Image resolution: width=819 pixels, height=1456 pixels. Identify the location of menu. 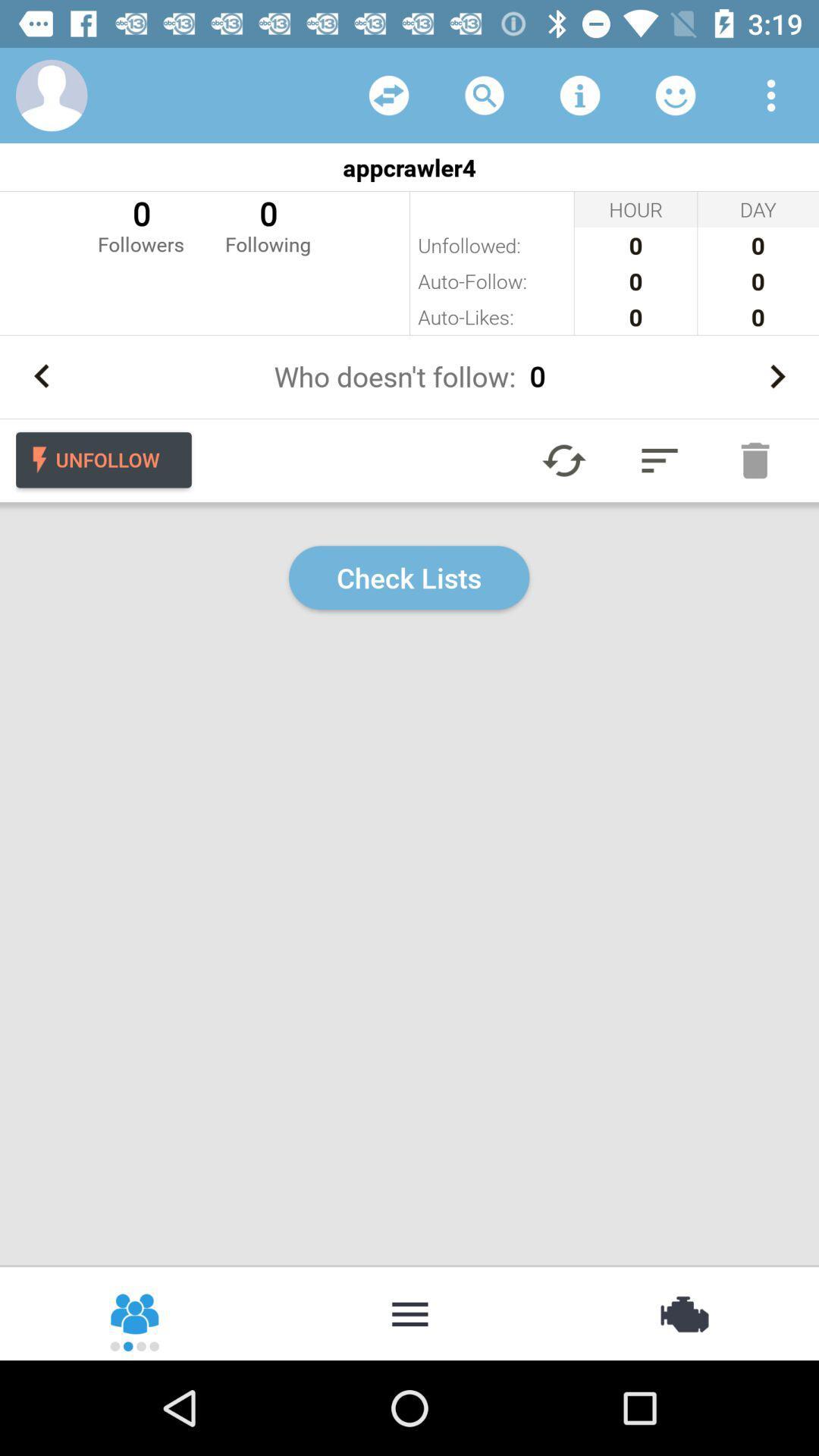
(409, 1312).